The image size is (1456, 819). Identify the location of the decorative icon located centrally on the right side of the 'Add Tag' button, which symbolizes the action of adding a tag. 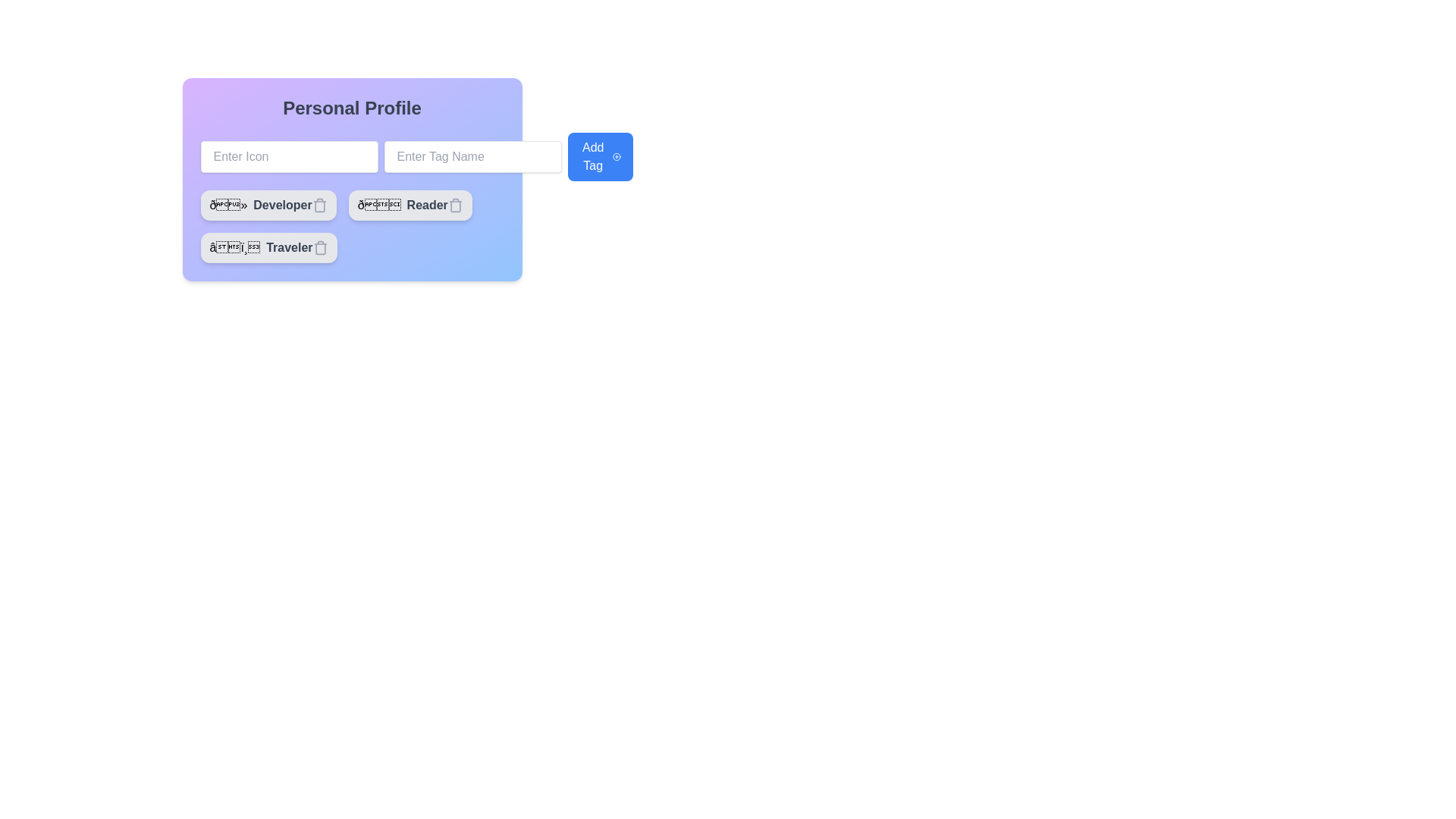
(617, 157).